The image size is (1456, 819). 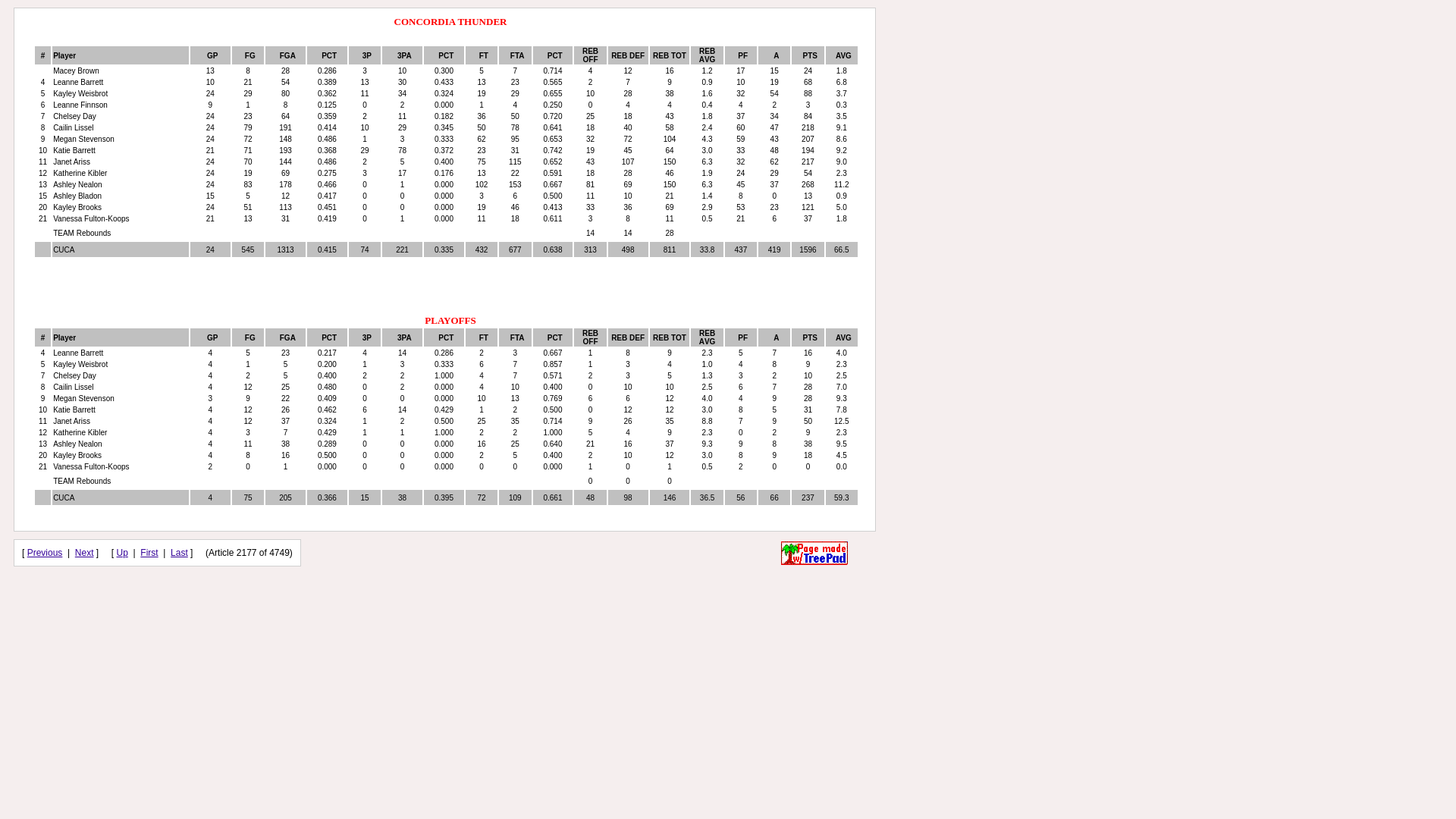 I want to click on 'Next', so click(x=83, y=553).